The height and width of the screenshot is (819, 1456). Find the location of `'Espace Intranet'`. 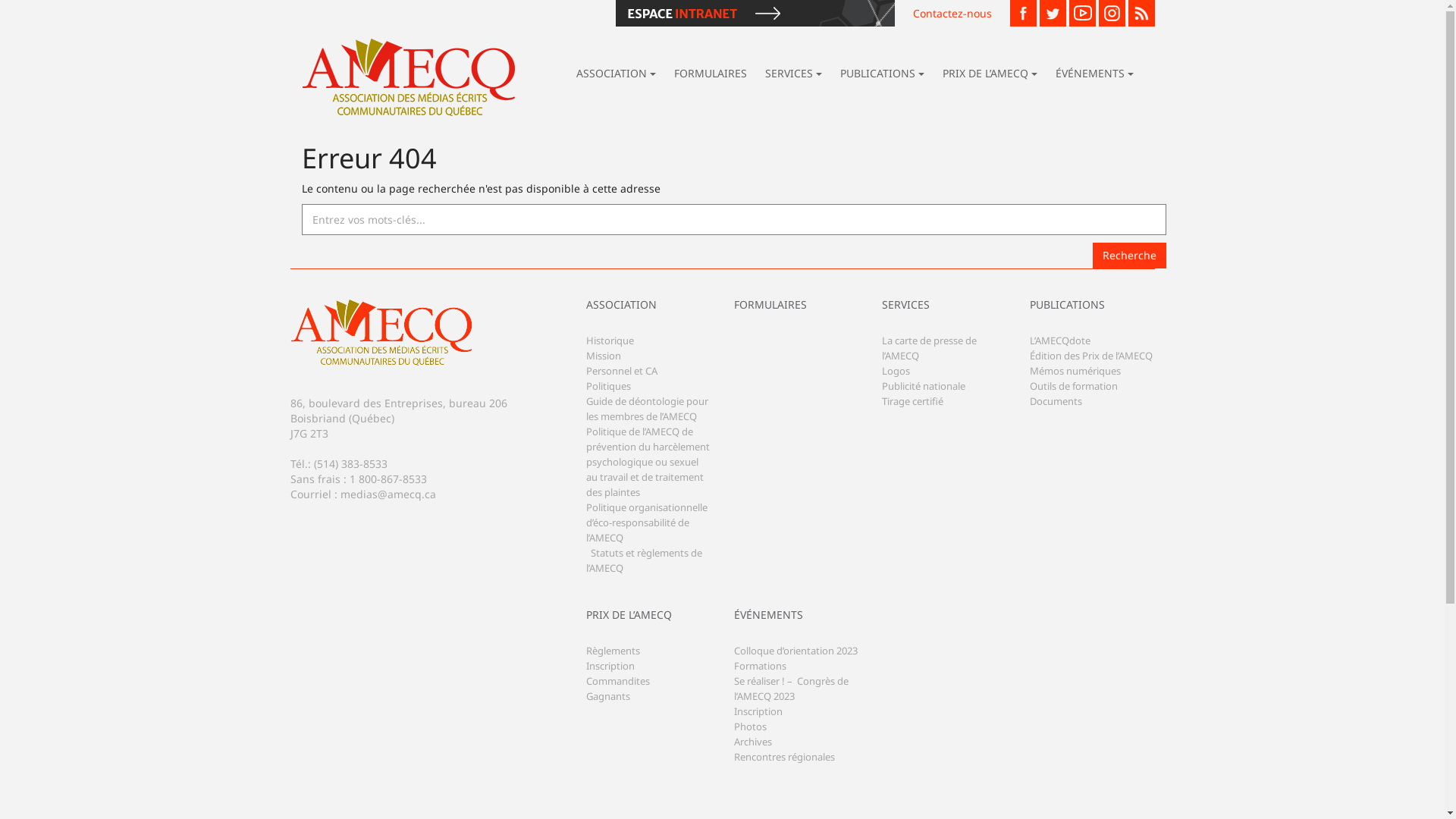

'Espace Intranet' is located at coordinates (757, 13).